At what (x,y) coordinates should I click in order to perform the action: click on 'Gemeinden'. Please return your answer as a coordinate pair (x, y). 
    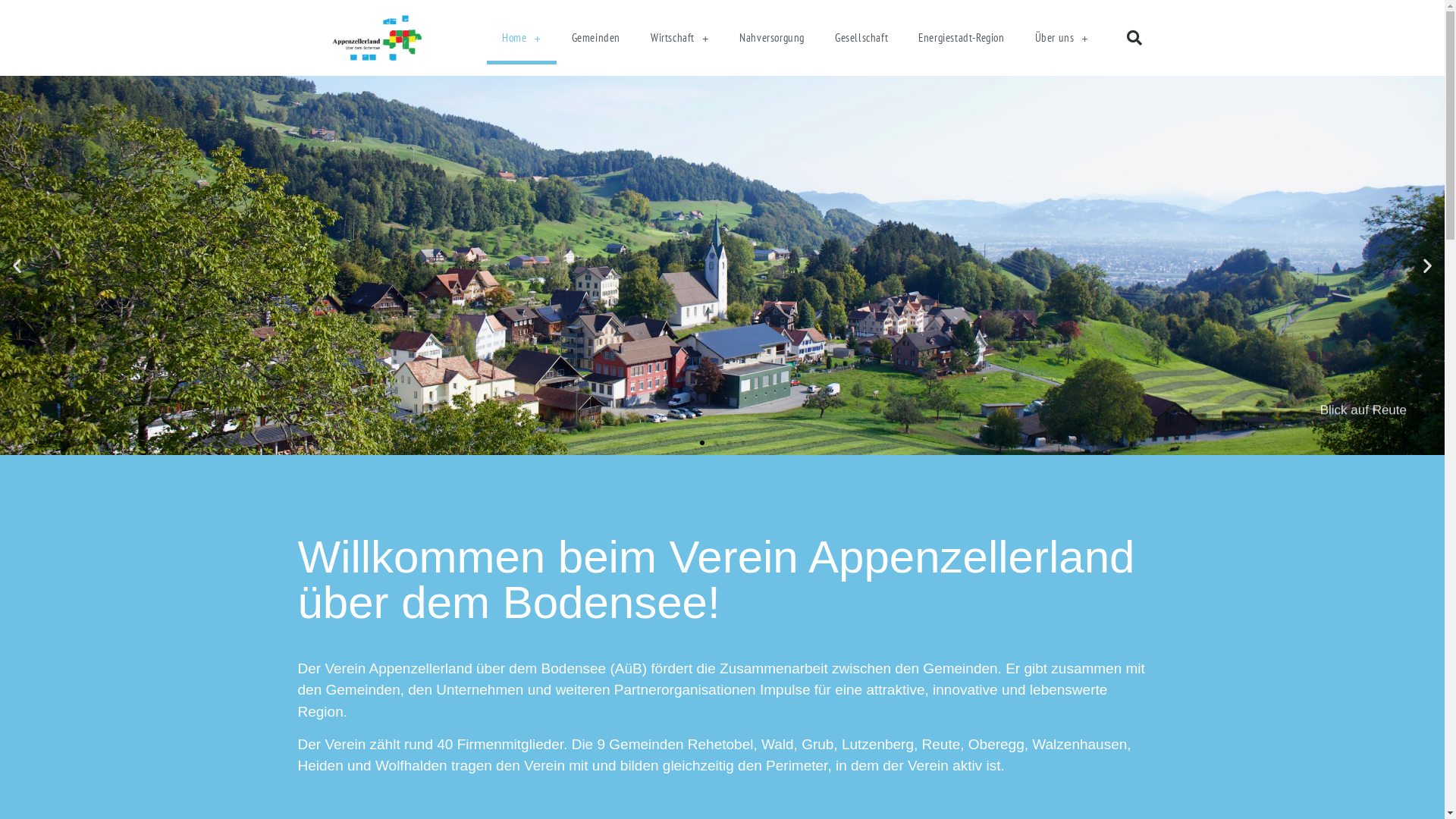
    Looking at the image, I should click on (595, 37).